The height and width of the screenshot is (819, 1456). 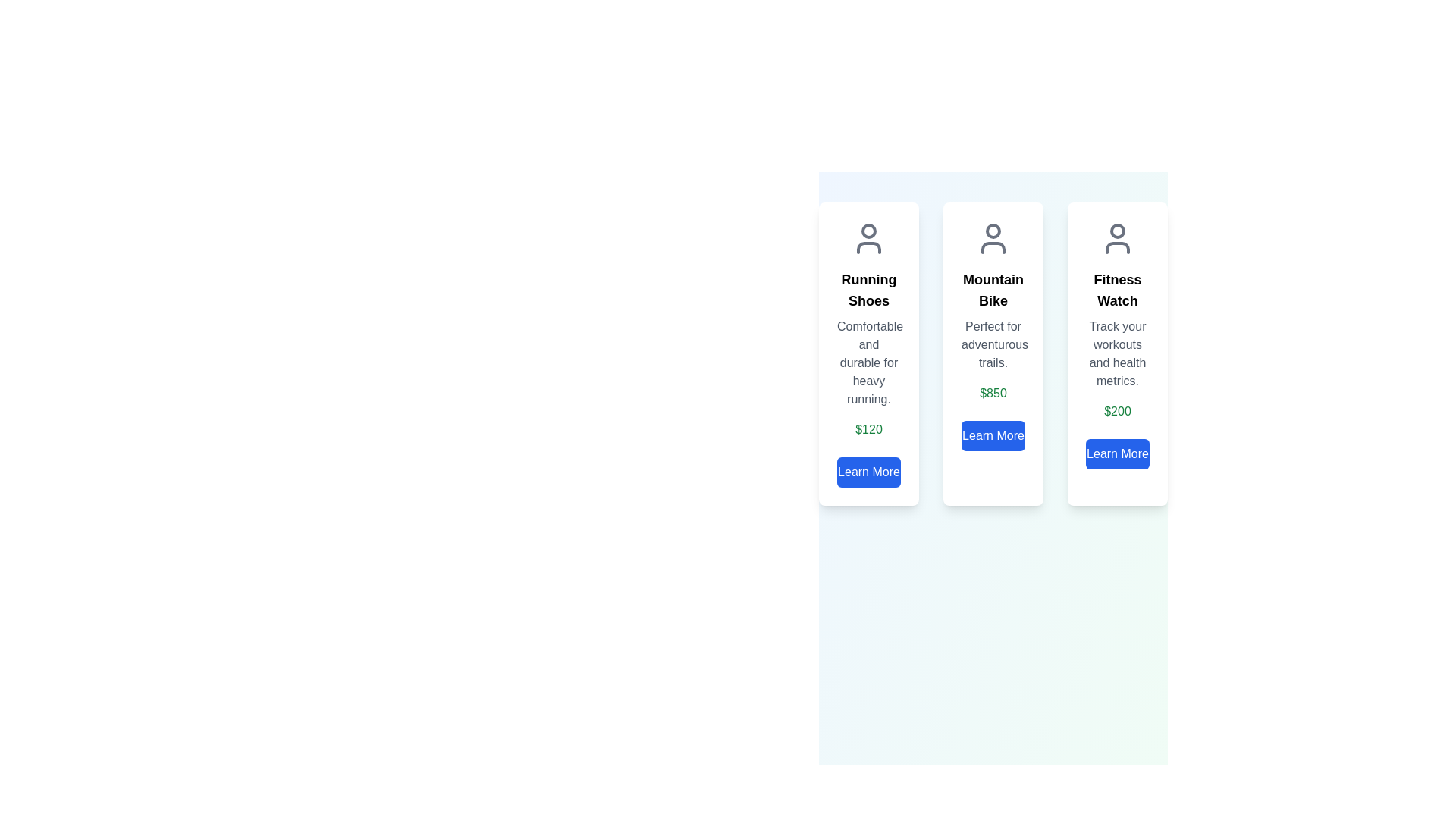 What do you see at coordinates (869, 362) in the screenshot?
I see `the text element displaying 'Comfortable and durable for heavy running.' which is styled in light gray and positioned below the title 'Running Shoes' to trigger any associated tooltips or effects` at bounding box center [869, 362].